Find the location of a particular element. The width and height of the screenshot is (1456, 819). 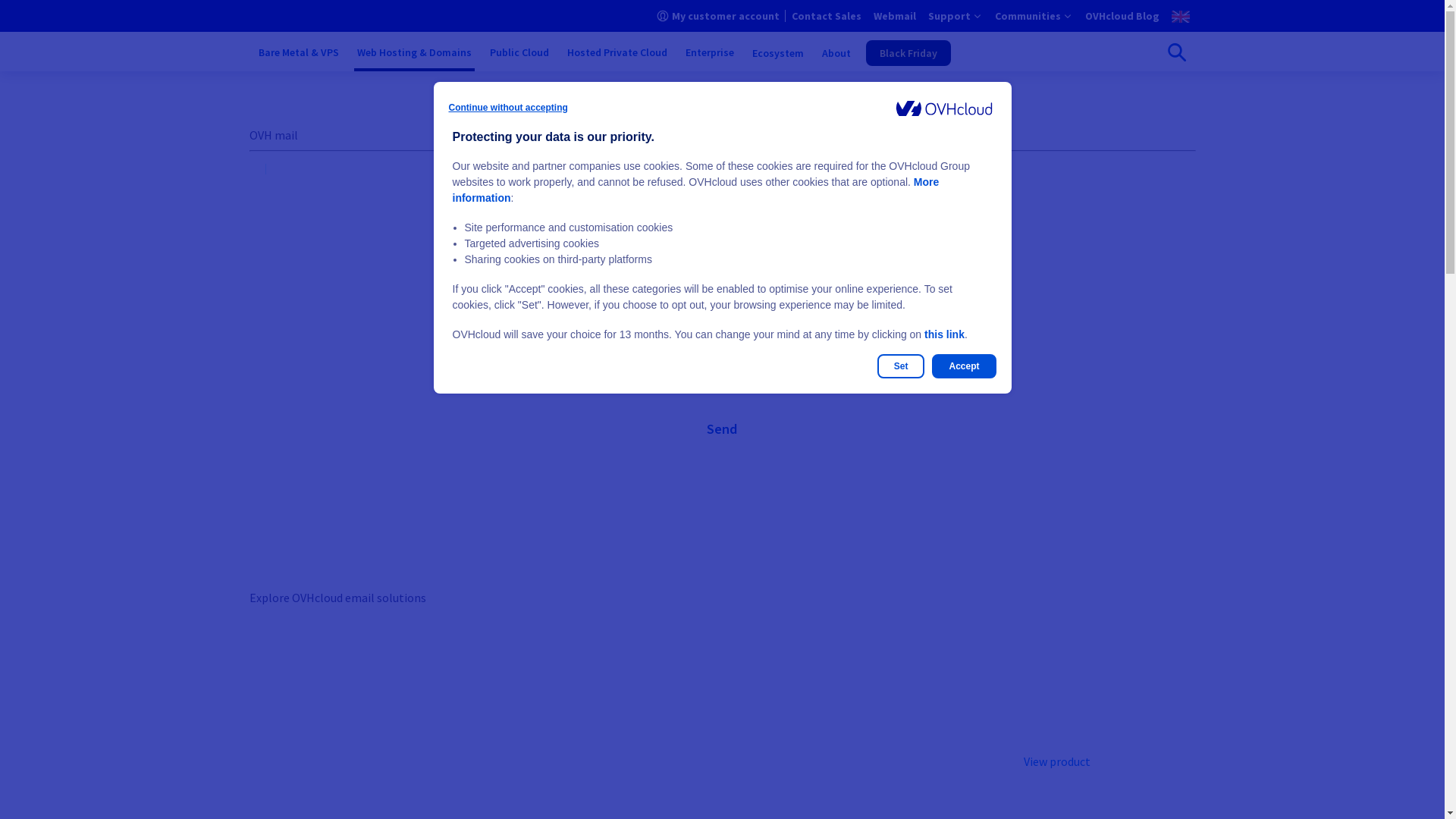

'Black Friday' is located at coordinates (908, 52).